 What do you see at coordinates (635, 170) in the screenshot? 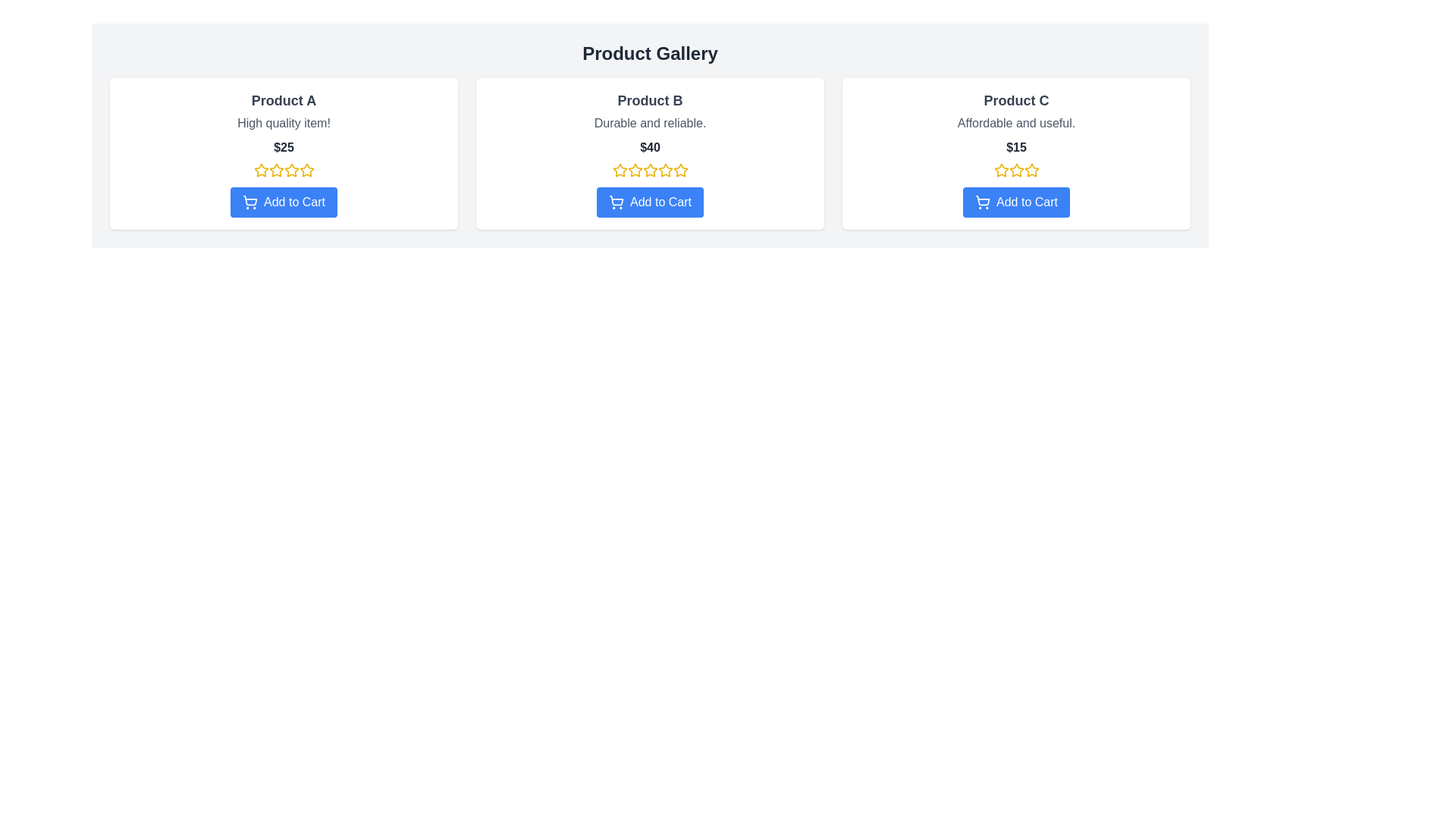
I see `the third star icon in the rating interface for 'Product B' to provide feedback` at bounding box center [635, 170].